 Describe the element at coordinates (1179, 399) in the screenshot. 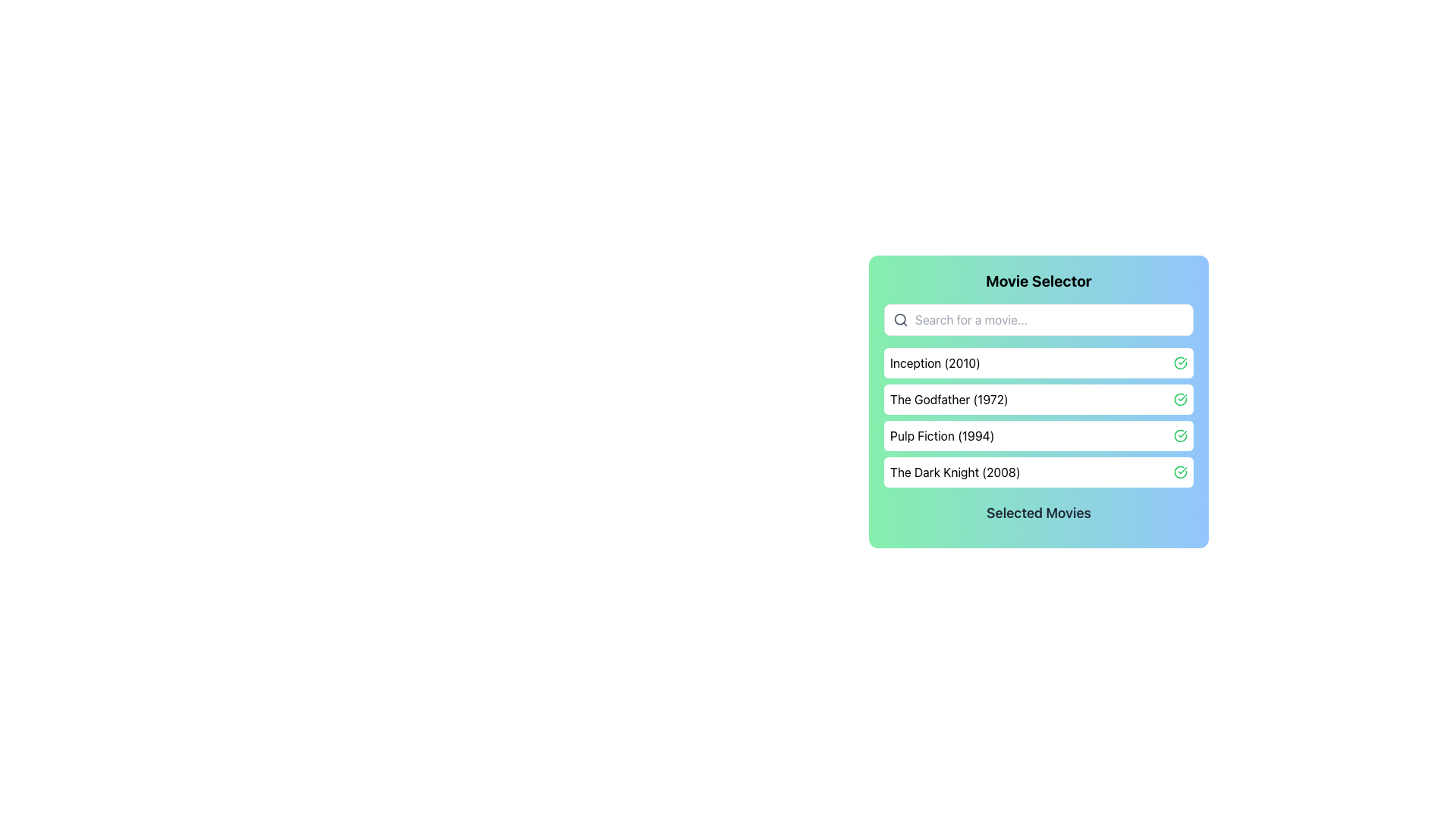

I see `the visual state of the graphical status indicator located next to the movie title 'The Godfather (1972)', which is represented as a partial circular progress indicator` at that location.